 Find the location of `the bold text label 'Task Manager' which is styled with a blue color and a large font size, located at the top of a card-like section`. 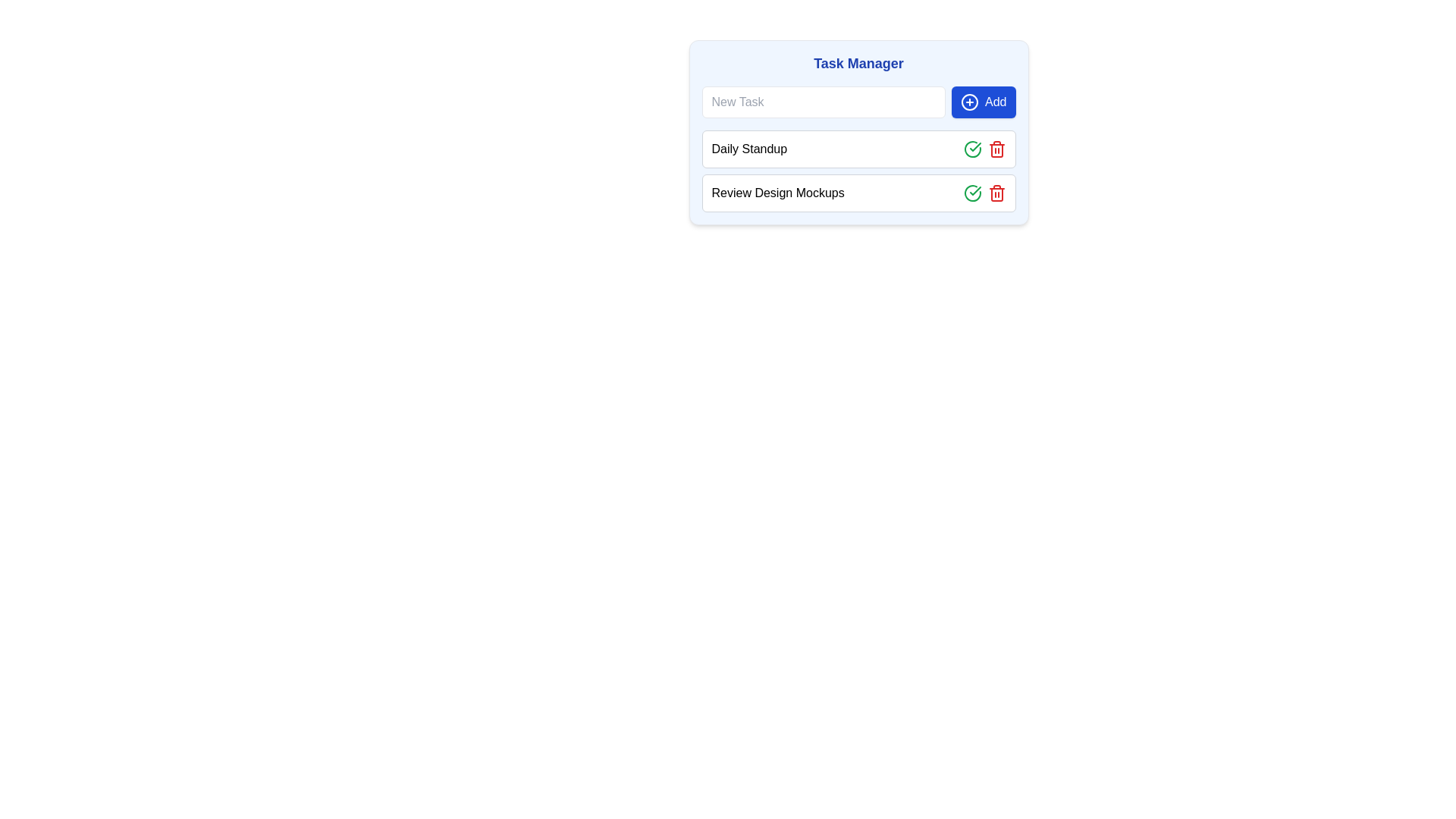

the bold text label 'Task Manager' which is styled with a blue color and a large font size, located at the top of a card-like section is located at coordinates (858, 63).